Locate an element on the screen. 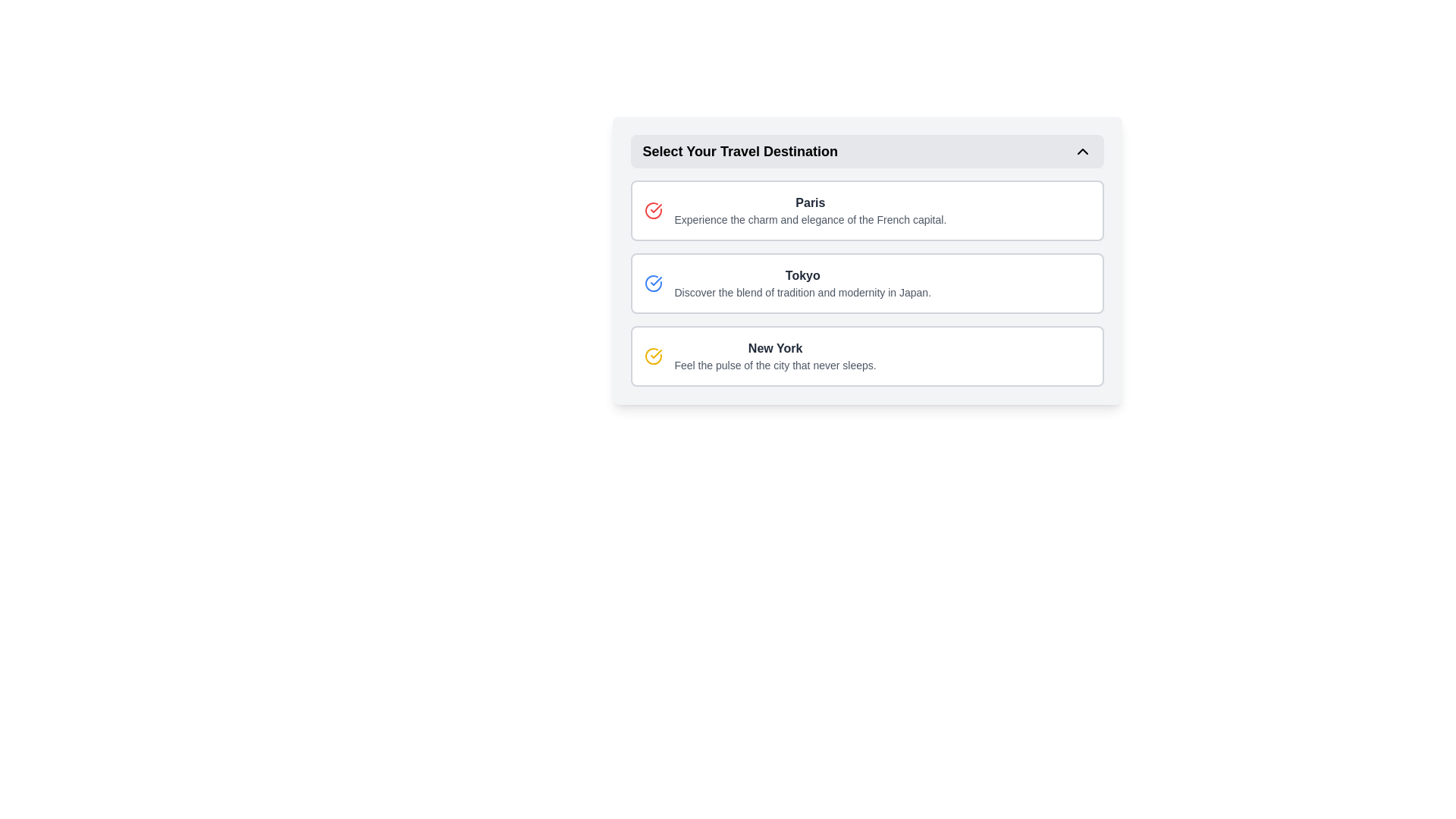  the Icon indicating selection for the 'Tokyo' travel destination option is located at coordinates (653, 284).